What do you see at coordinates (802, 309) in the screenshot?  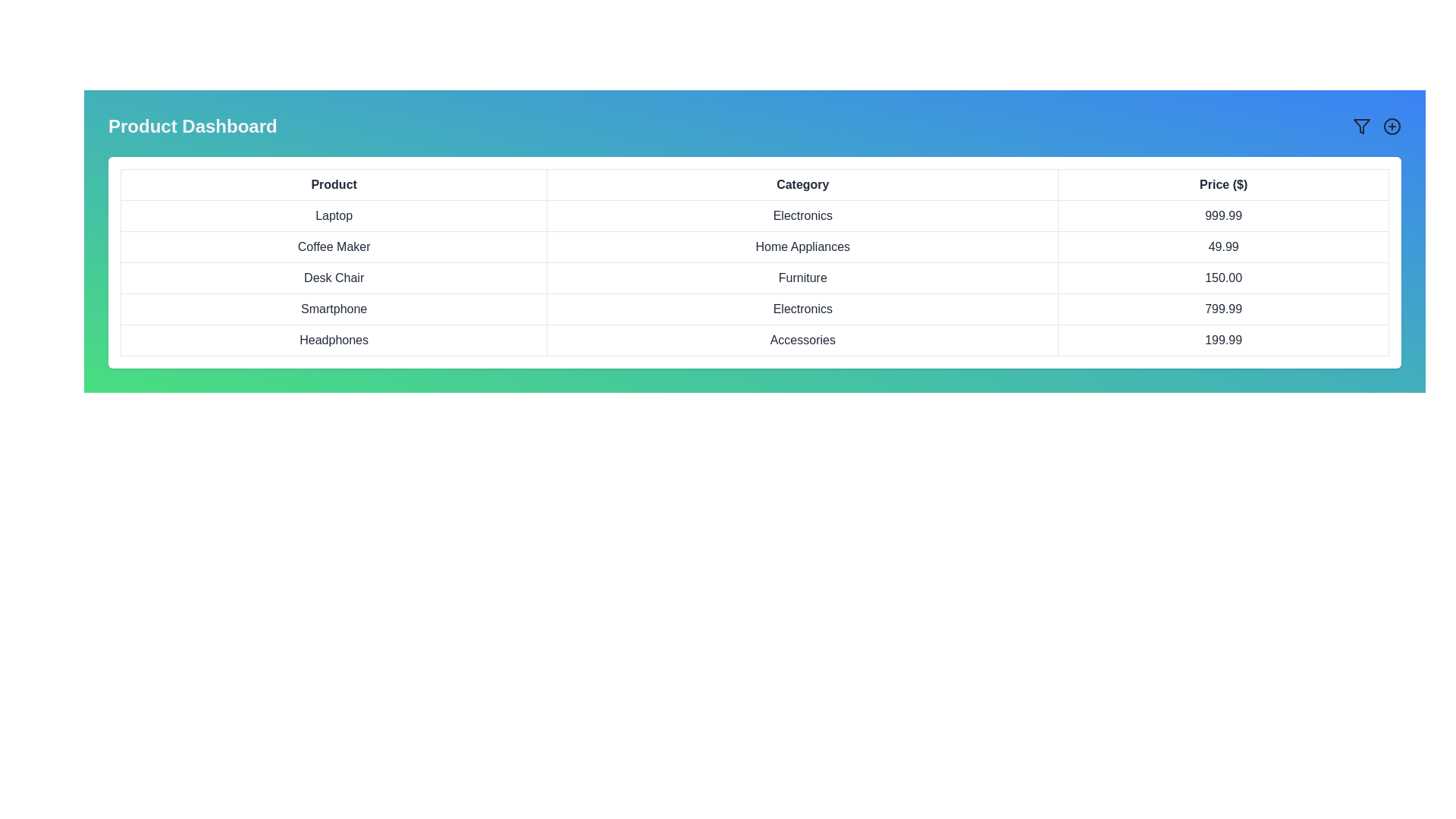 I see `text content of the Table Cell containing 'Electronics', which is styled with padding and a bordered outline, located in the second column of the row for the 'Smartphone' product entry` at bounding box center [802, 309].